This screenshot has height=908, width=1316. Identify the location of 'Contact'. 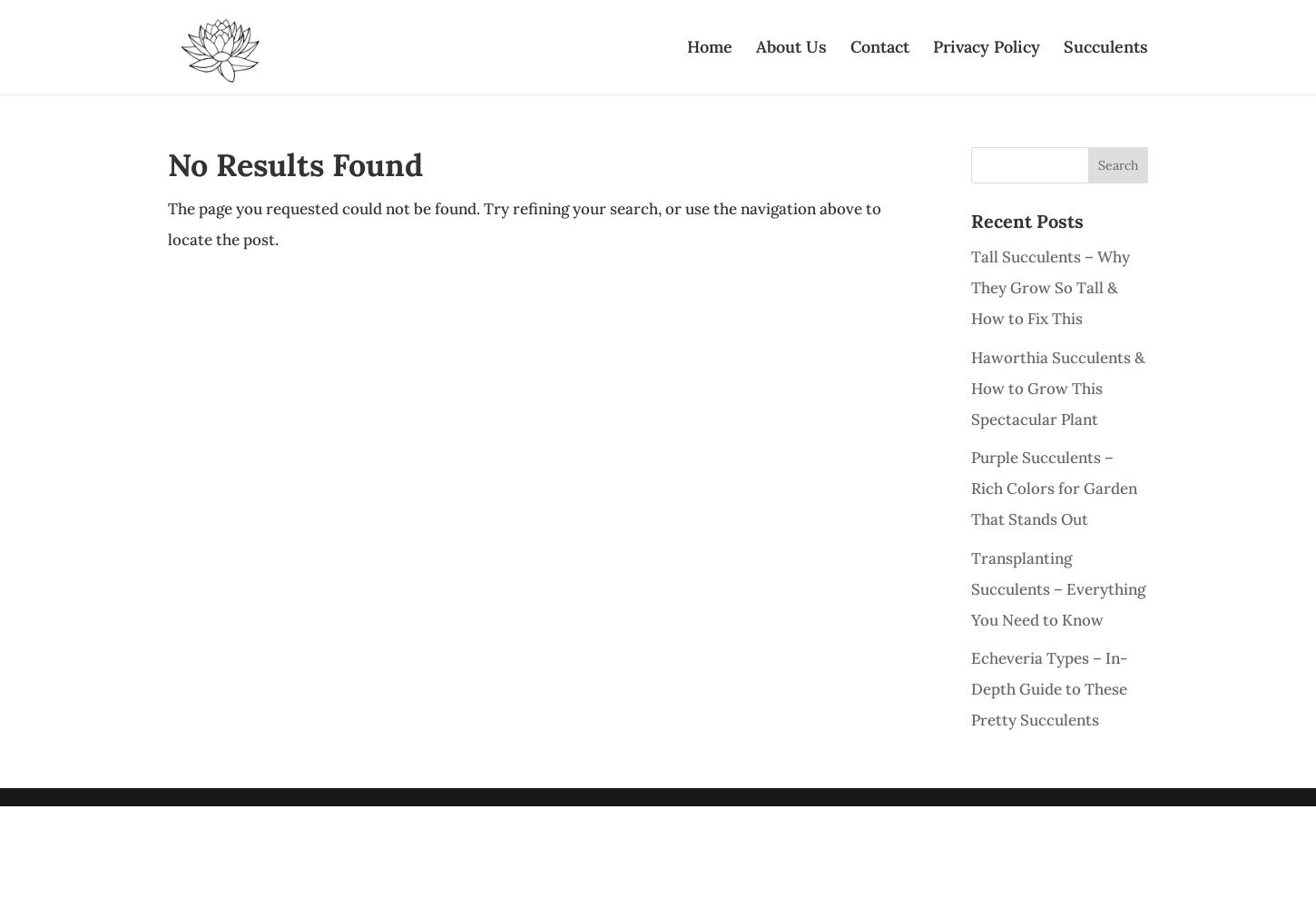
(879, 46).